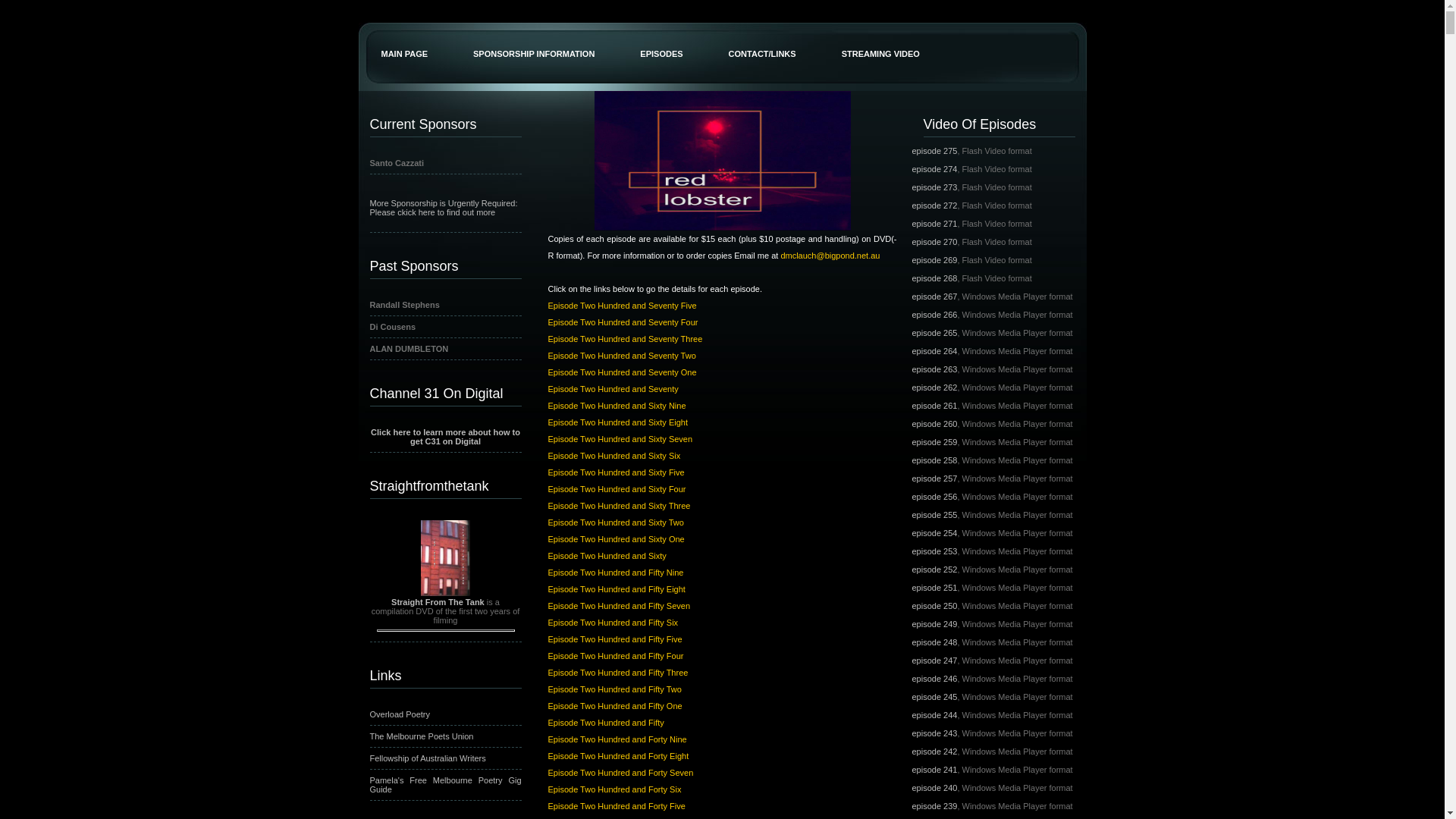 This screenshot has width=1456, height=819. Describe the element at coordinates (616, 405) in the screenshot. I see `'Episode Two Hundred and Sixty Nine'` at that location.